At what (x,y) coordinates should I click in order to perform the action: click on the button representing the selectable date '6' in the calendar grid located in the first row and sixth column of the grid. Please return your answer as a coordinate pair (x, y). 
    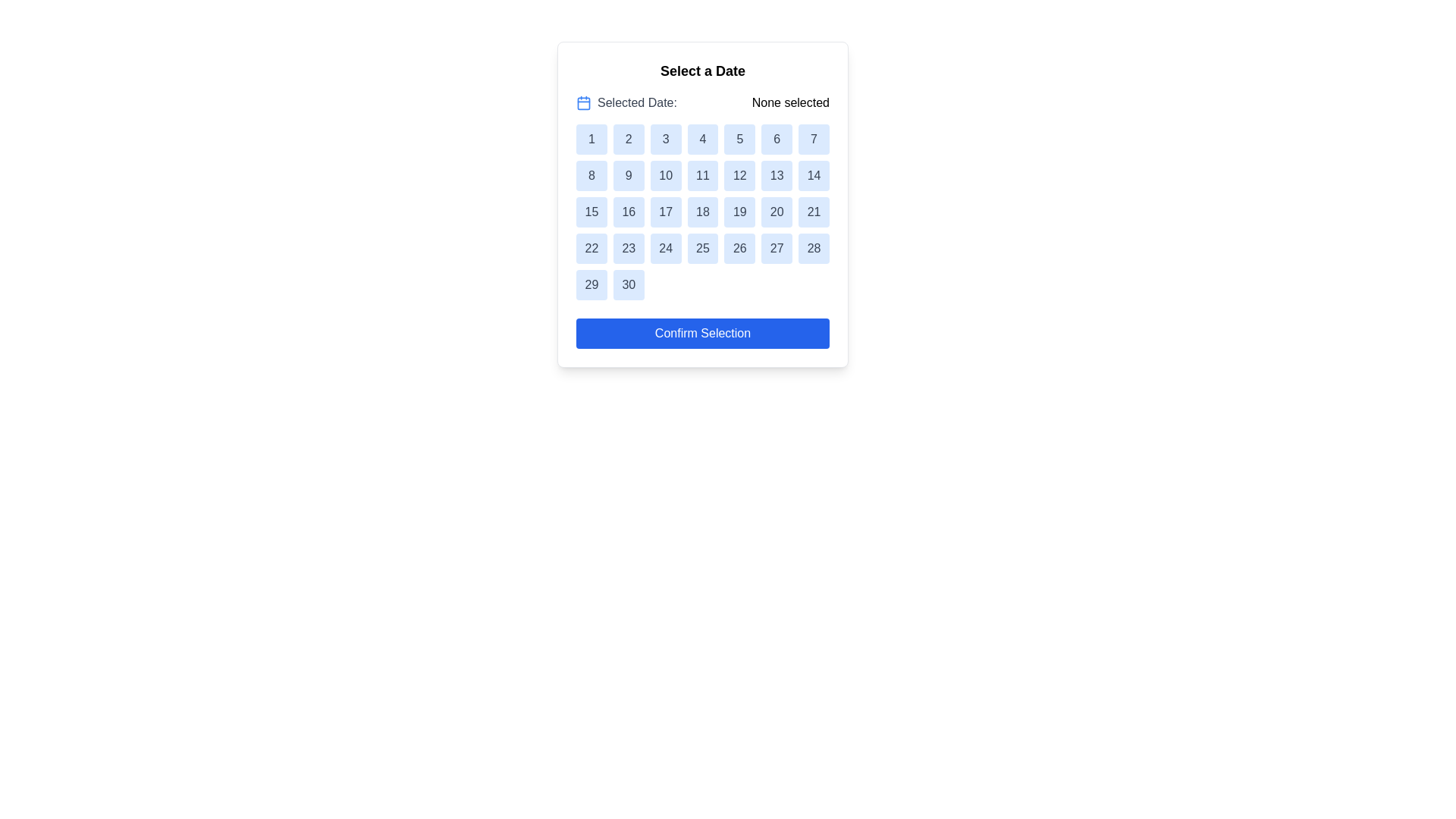
    Looking at the image, I should click on (777, 140).